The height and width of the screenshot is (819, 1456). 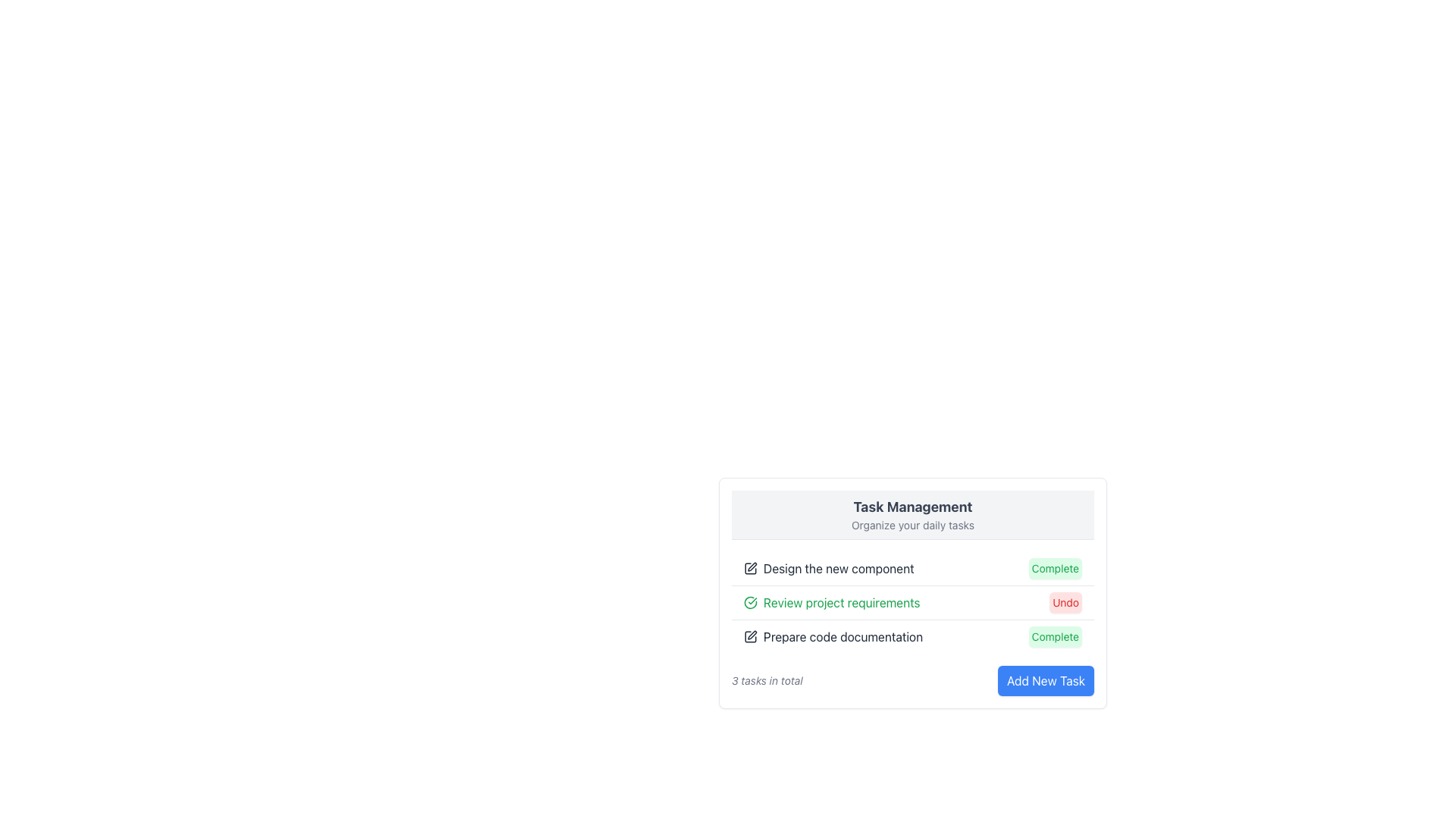 What do you see at coordinates (833, 637) in the screenshot?
I see `text label that identifies a task in the task management section, located in the third row of the vertical task list under 'Task Management', next to the 'Complete' button` at bounding box center [833, 637].